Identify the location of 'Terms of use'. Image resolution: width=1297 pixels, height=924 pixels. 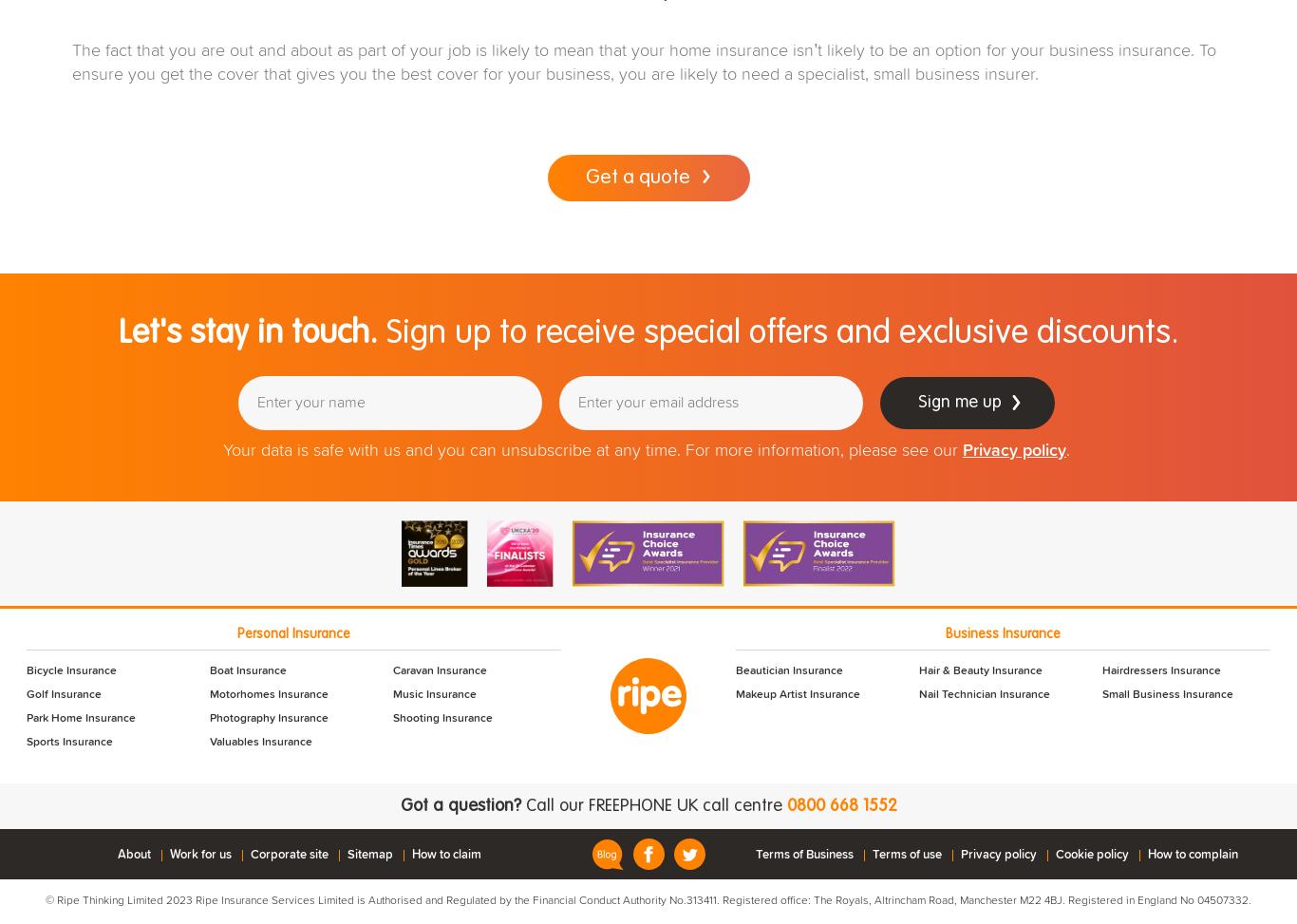
(907, 854).